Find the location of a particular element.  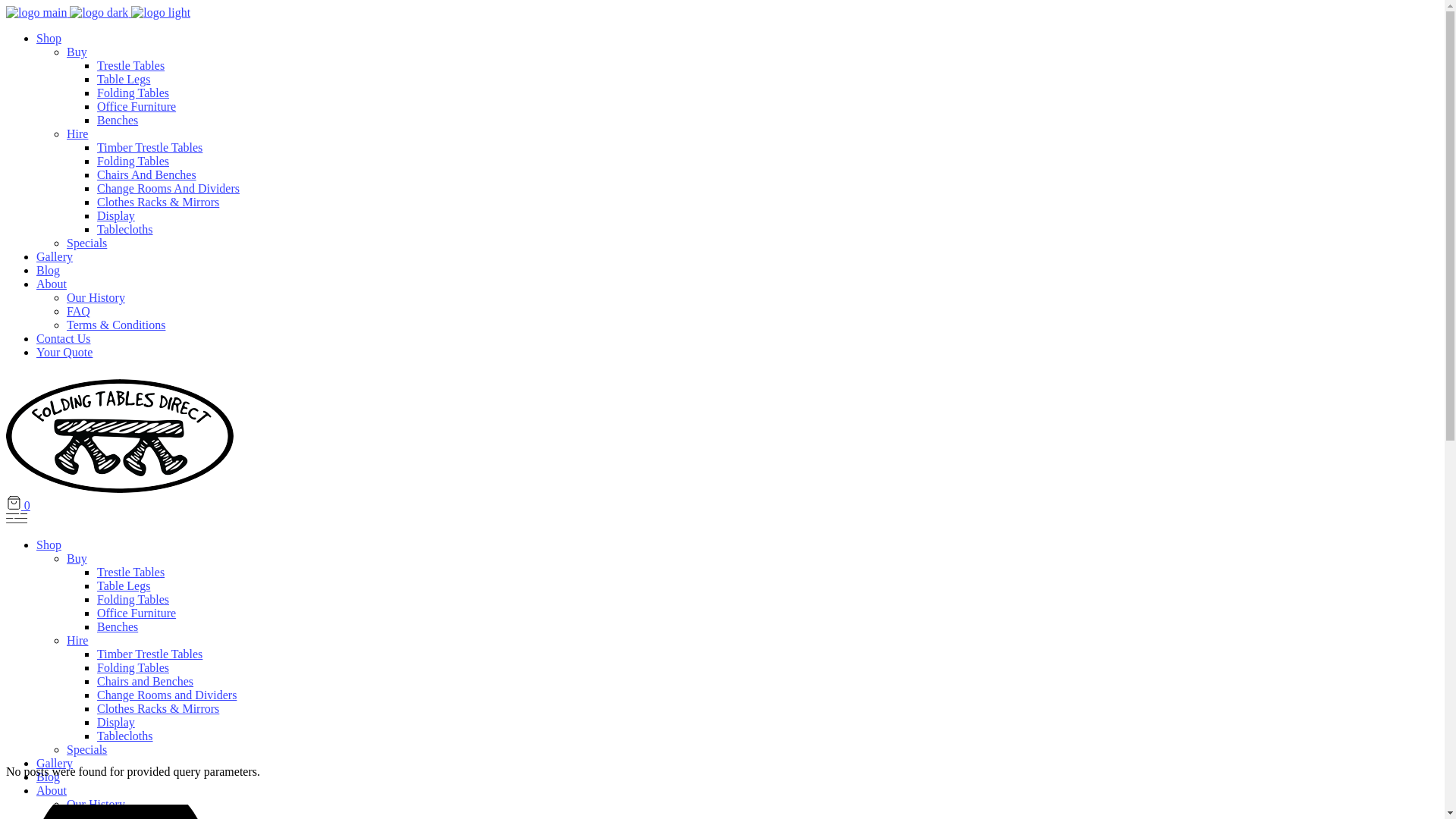

'Buy' is located at coordinates (65, 558).